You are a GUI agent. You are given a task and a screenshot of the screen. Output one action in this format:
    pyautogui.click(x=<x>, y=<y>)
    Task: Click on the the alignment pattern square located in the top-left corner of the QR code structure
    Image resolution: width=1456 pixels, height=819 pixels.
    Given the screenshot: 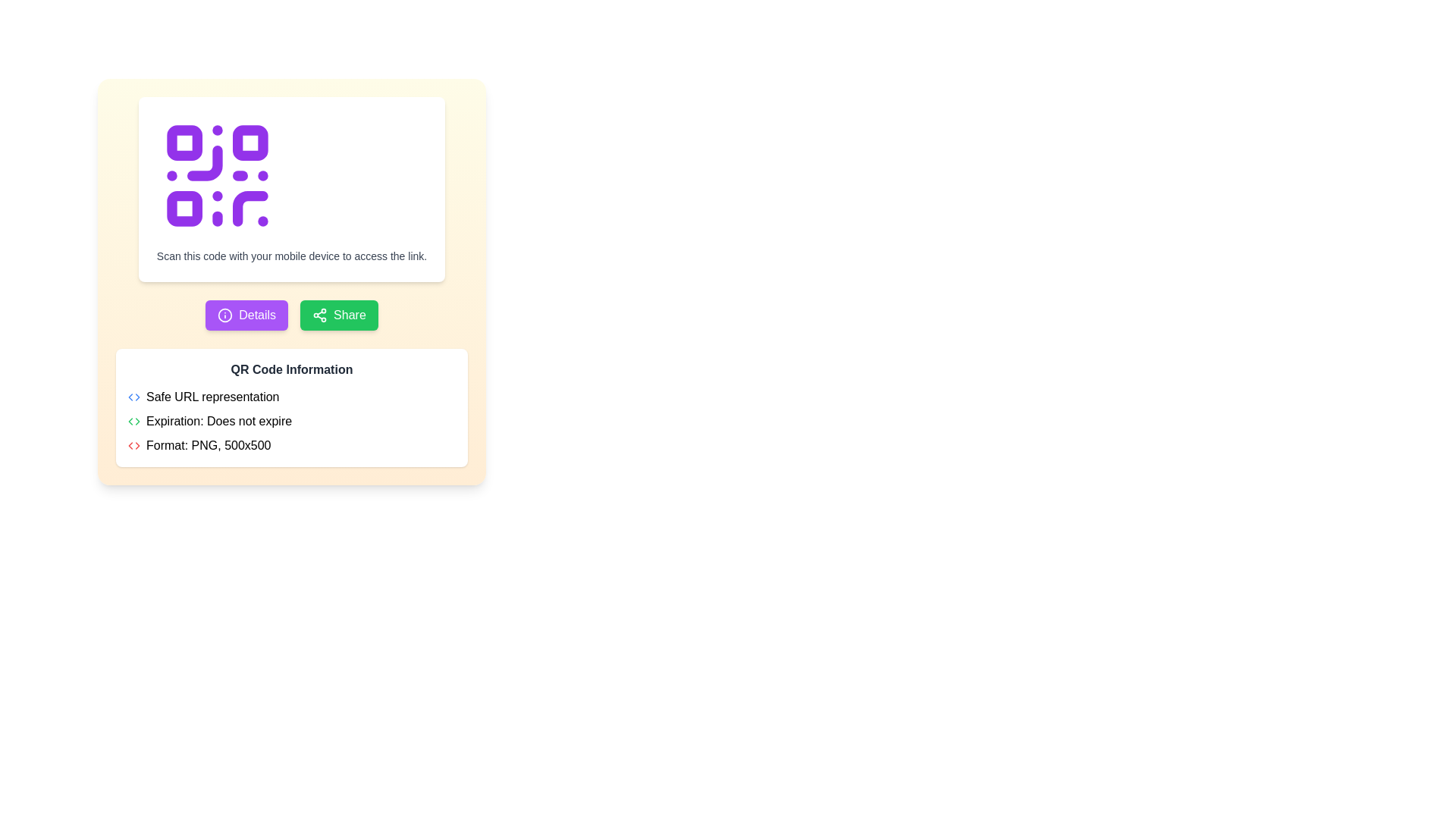 What is the action you would take?
    pyautogui.click(x=184, y=143)
    